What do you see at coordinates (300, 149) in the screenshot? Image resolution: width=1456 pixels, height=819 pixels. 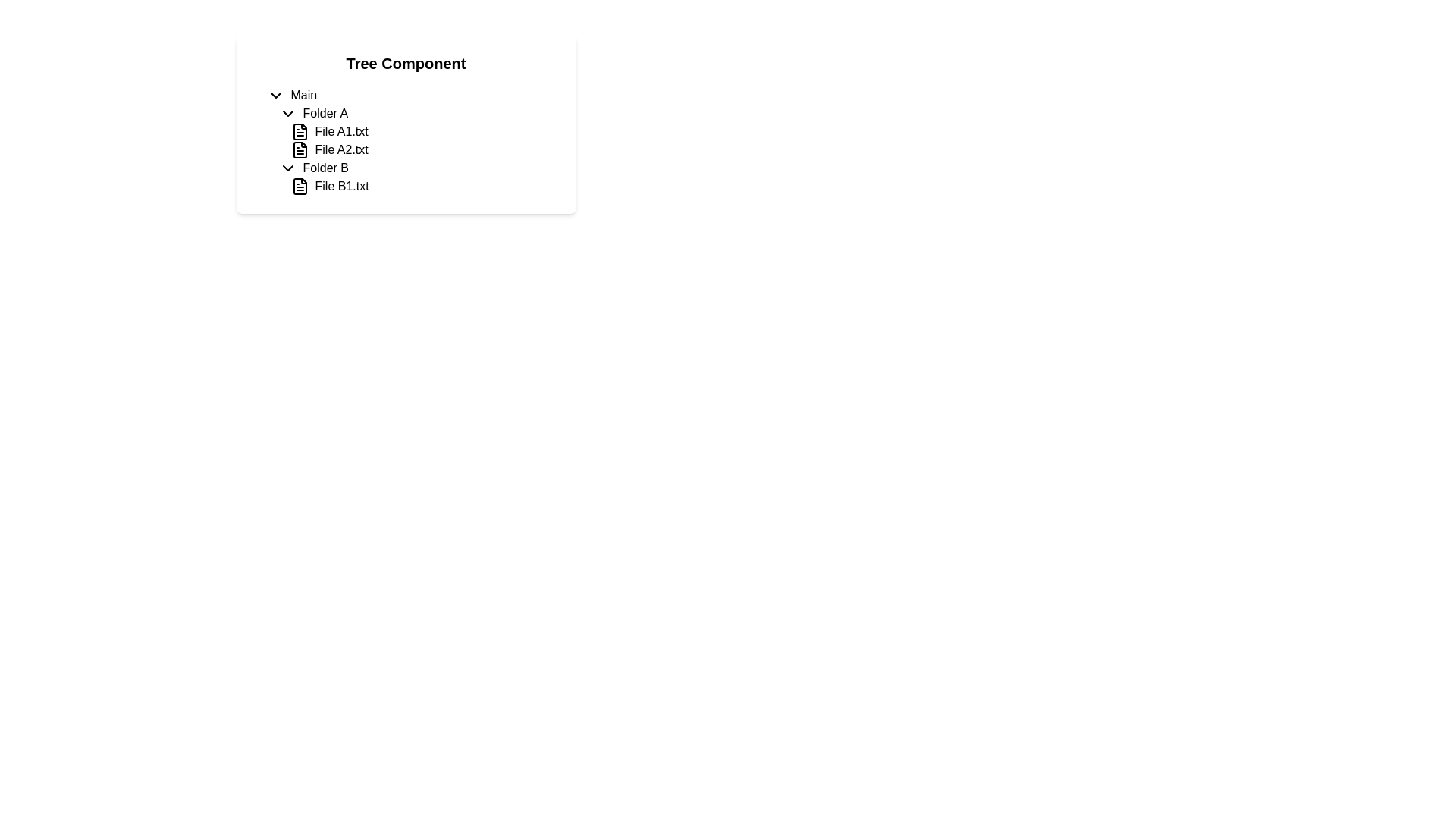 I see `the document icon resembling a page with a folded corner next to the label 'File A2.txt' in the hierarchical tree structure` at bounding box center [300, 149].